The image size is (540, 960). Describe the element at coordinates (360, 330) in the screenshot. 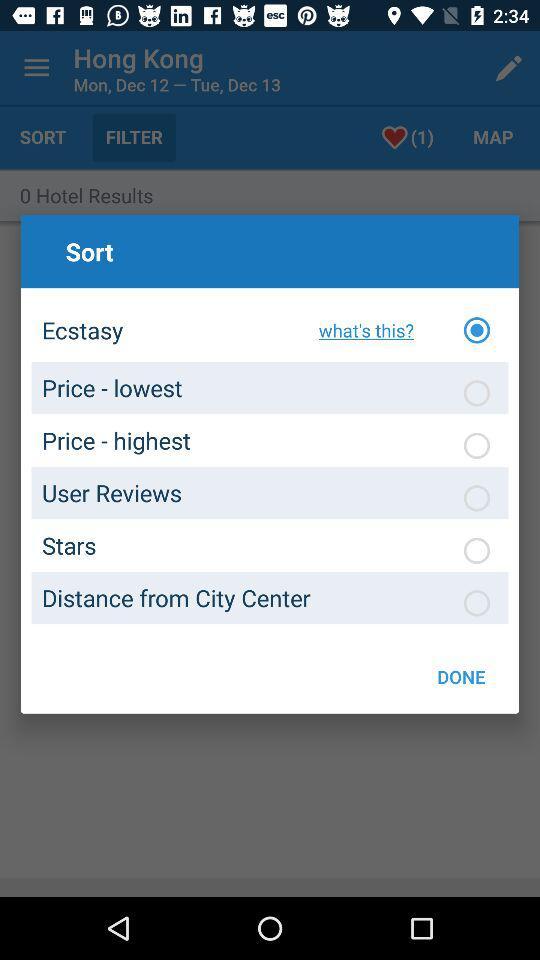

I see `the icon next to ecstasy` at that location.